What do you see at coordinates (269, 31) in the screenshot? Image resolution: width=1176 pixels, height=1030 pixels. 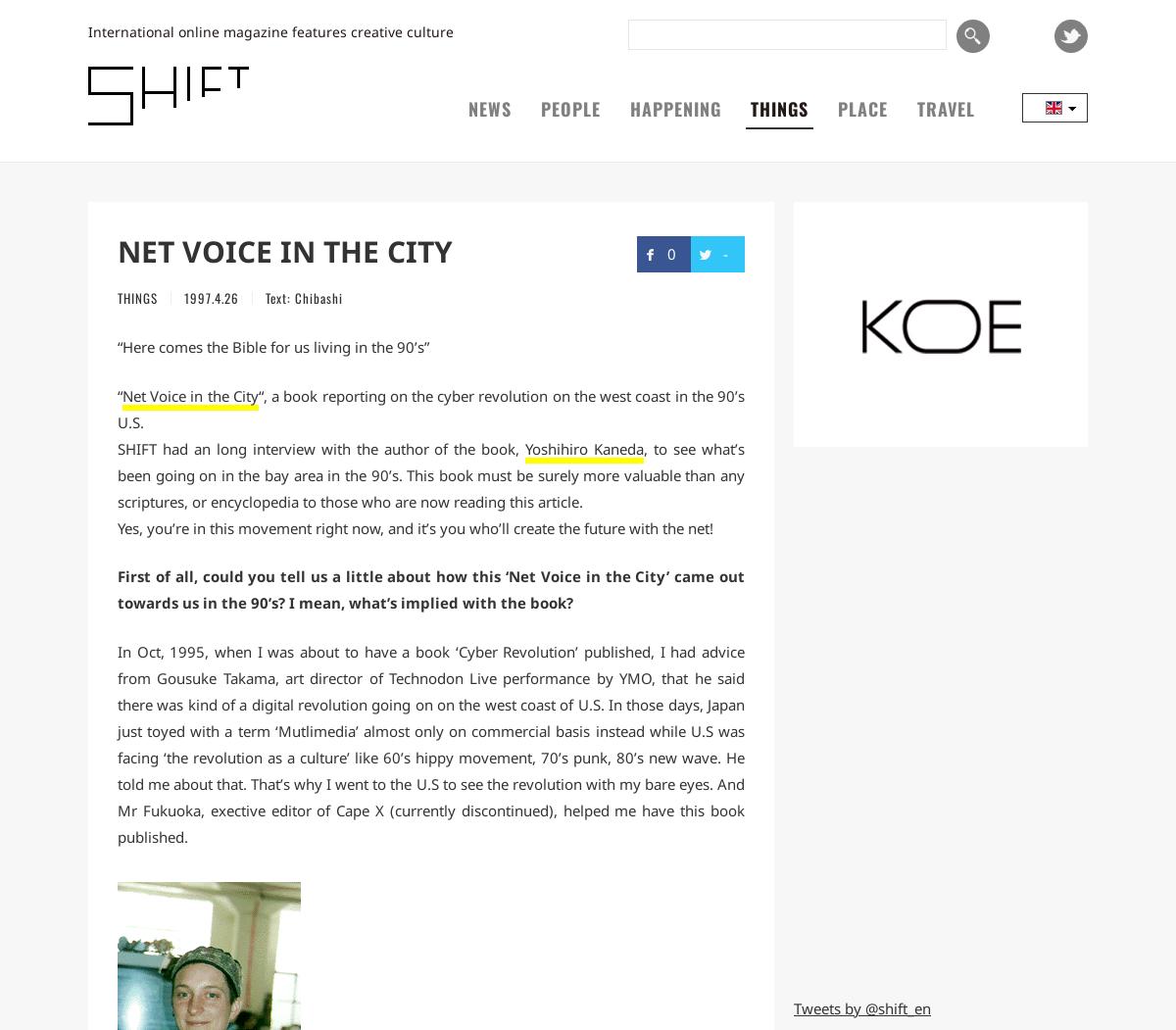 I see `'International online magazine features creative culture'` at bounding box center [269, 31].